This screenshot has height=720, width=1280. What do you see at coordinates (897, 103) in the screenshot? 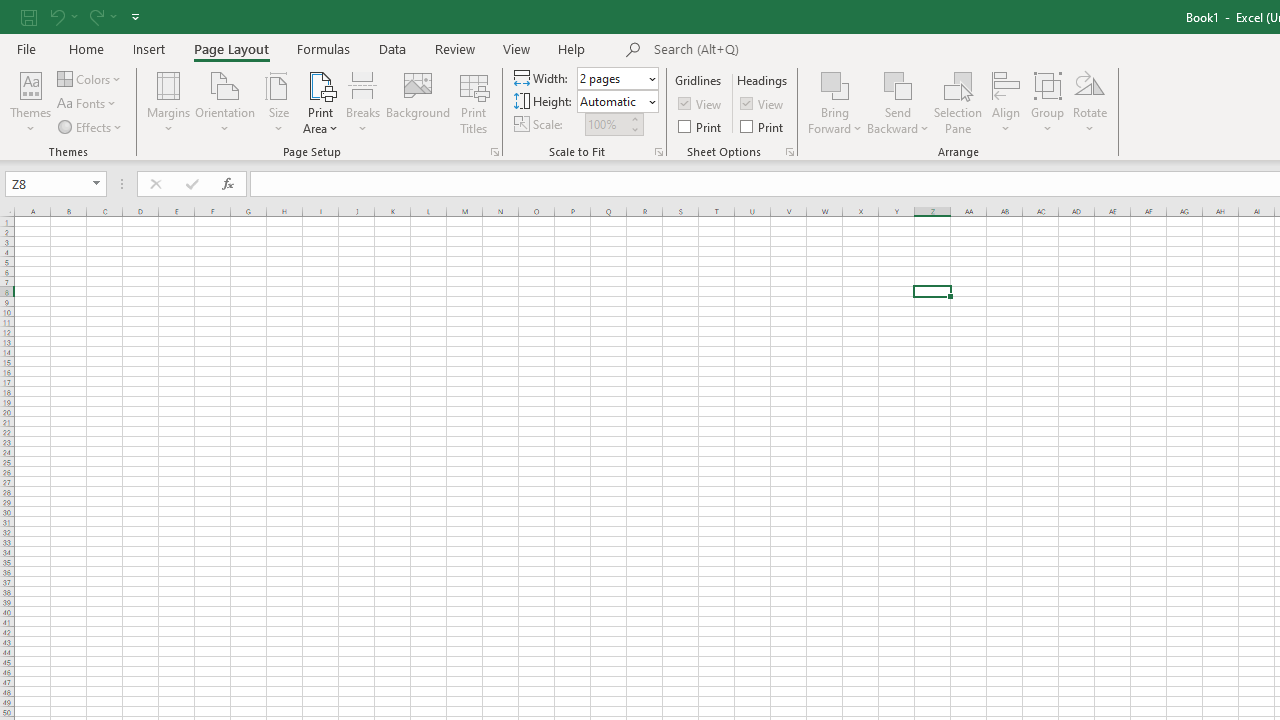
I see `'Send Backward'` at bounding box center [897, 103].